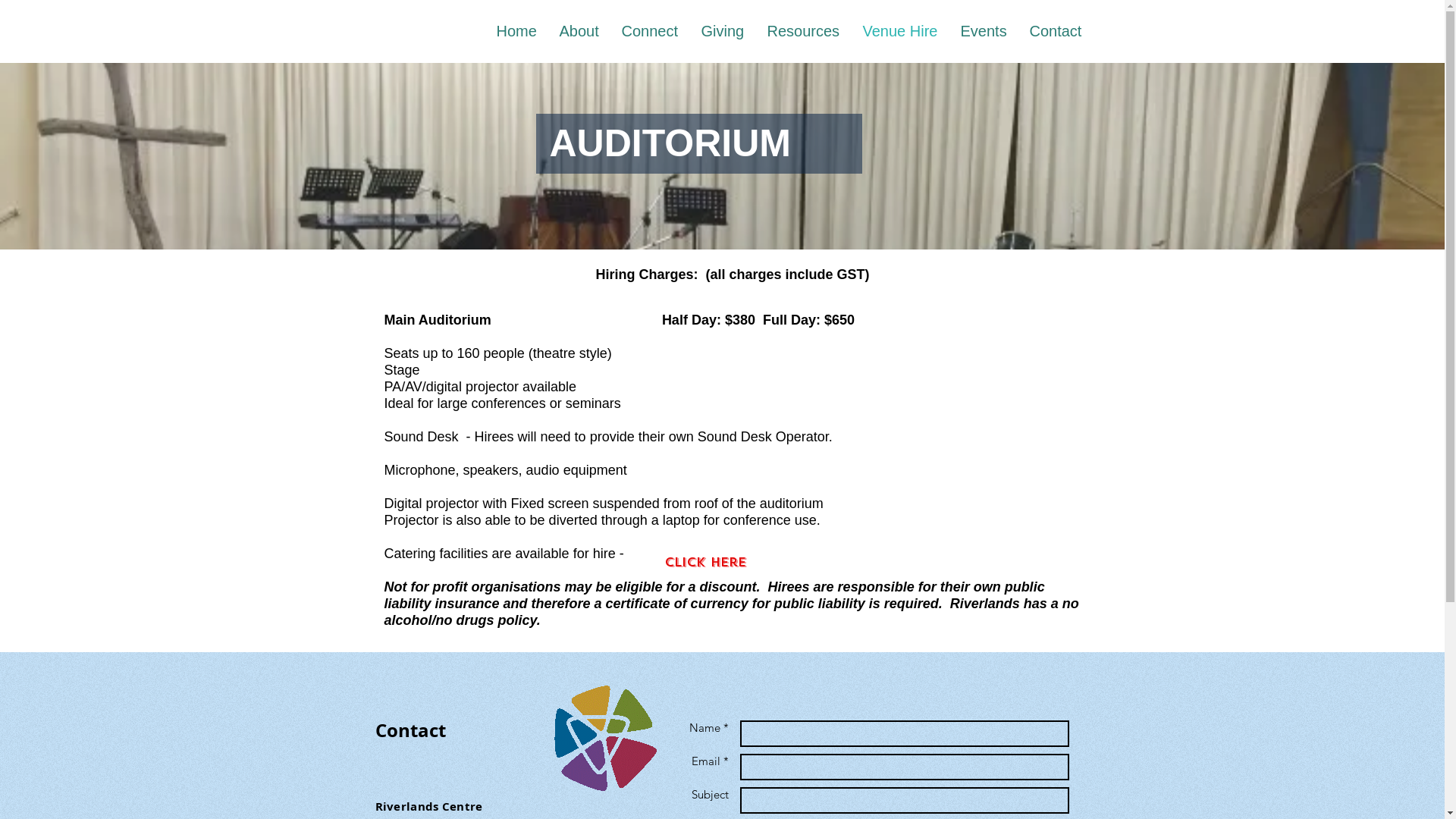 The height and width of the screenshot is (819, 1456). I want to click on 'Giving', so click(722, 31).